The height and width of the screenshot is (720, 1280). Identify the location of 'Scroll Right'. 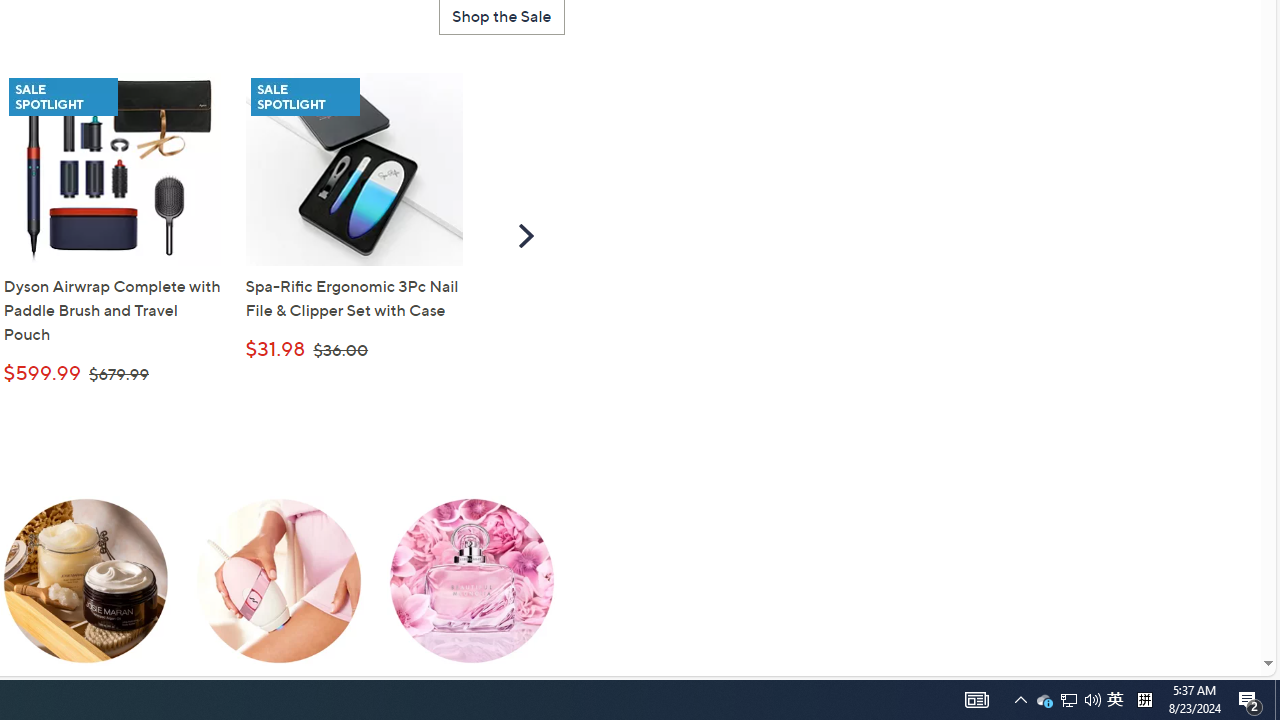
(526, 234).